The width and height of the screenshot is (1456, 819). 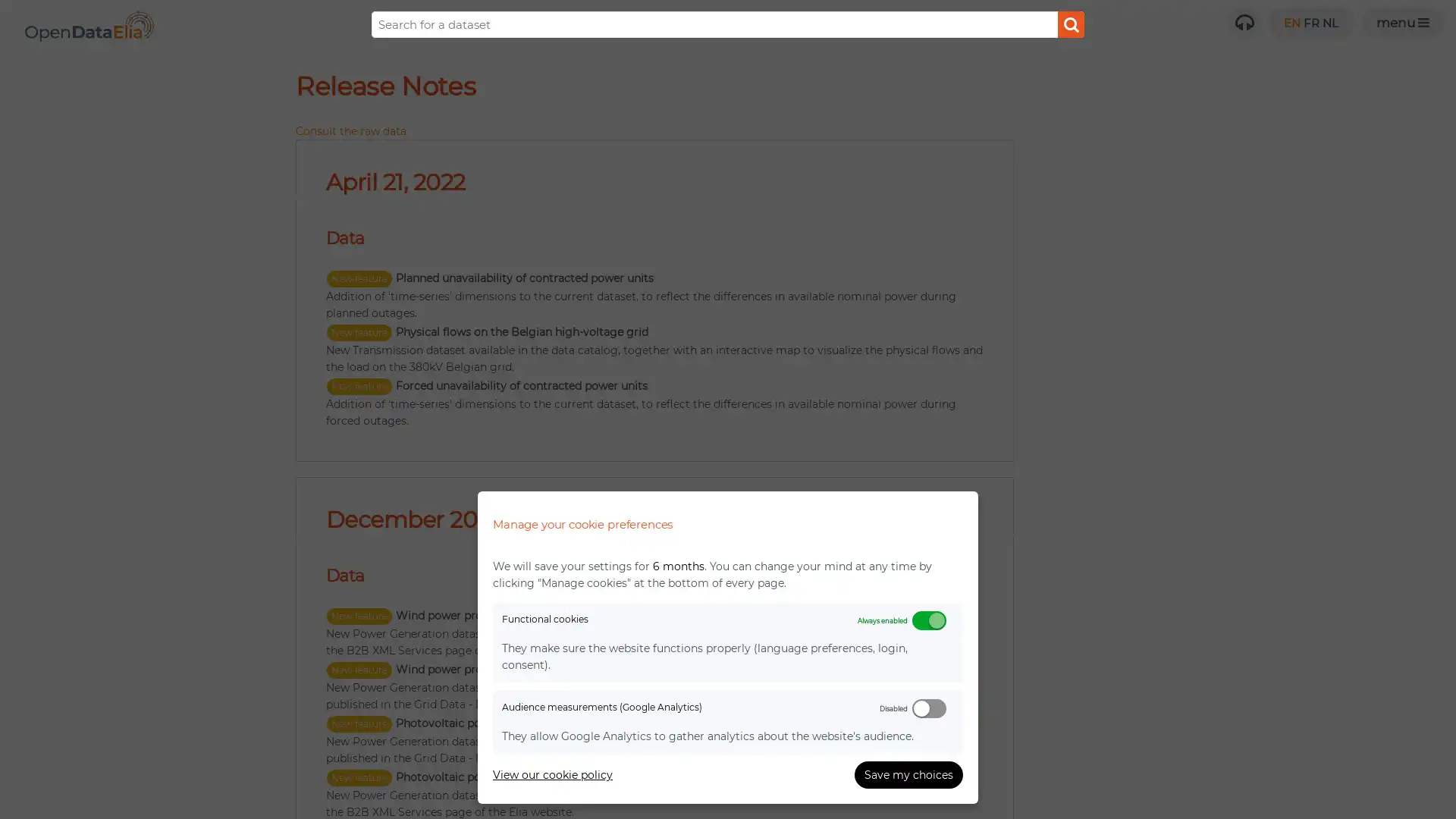 What do you see at coordinates (908, 775) in the screenshot?
I see `Save my choices` at bounding box center [908, 775].